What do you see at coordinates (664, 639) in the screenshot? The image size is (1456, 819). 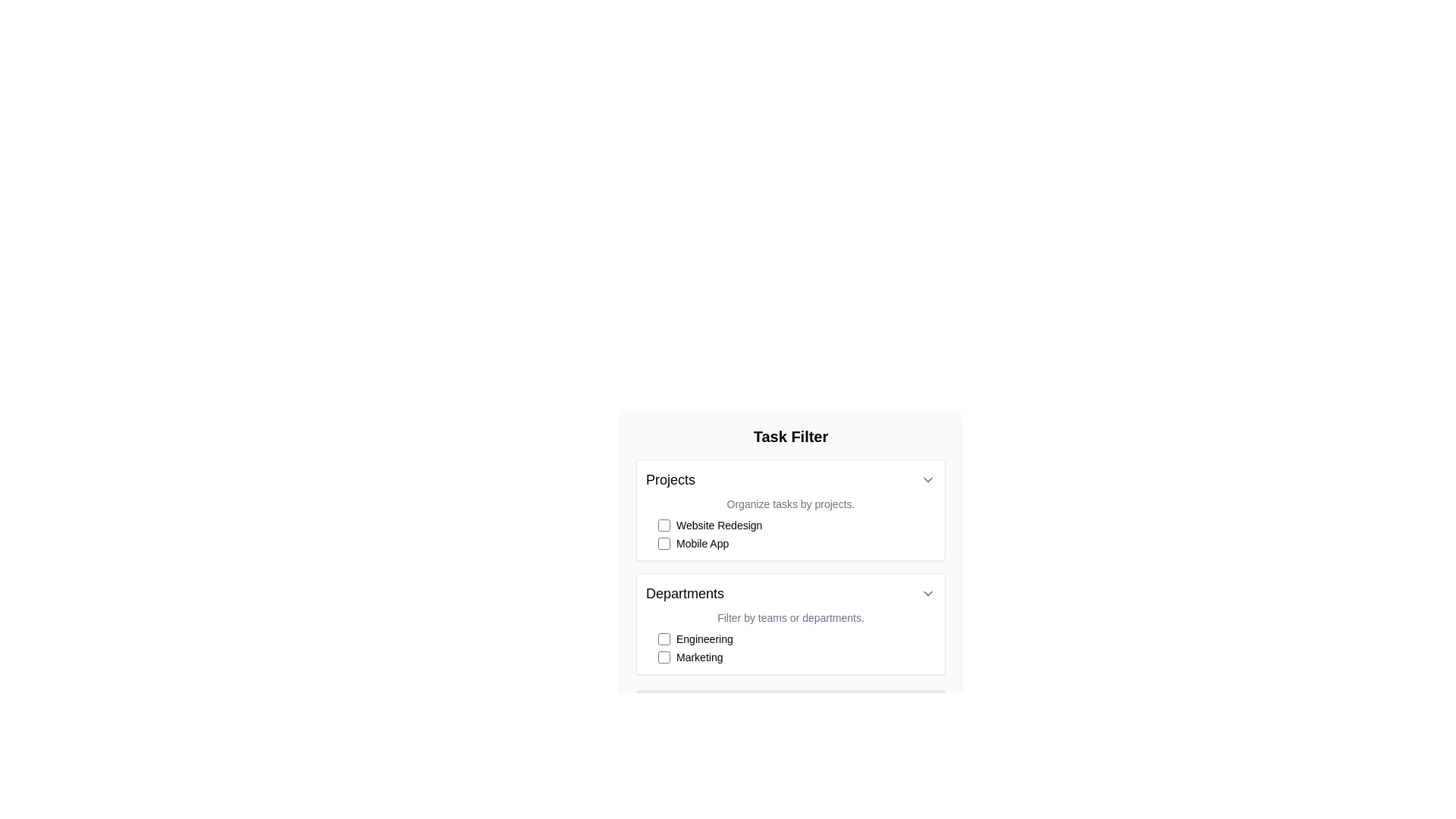 I see `the small square checkbox with a blue border located in the 'Departments' section` at bounding box center [664, 639].